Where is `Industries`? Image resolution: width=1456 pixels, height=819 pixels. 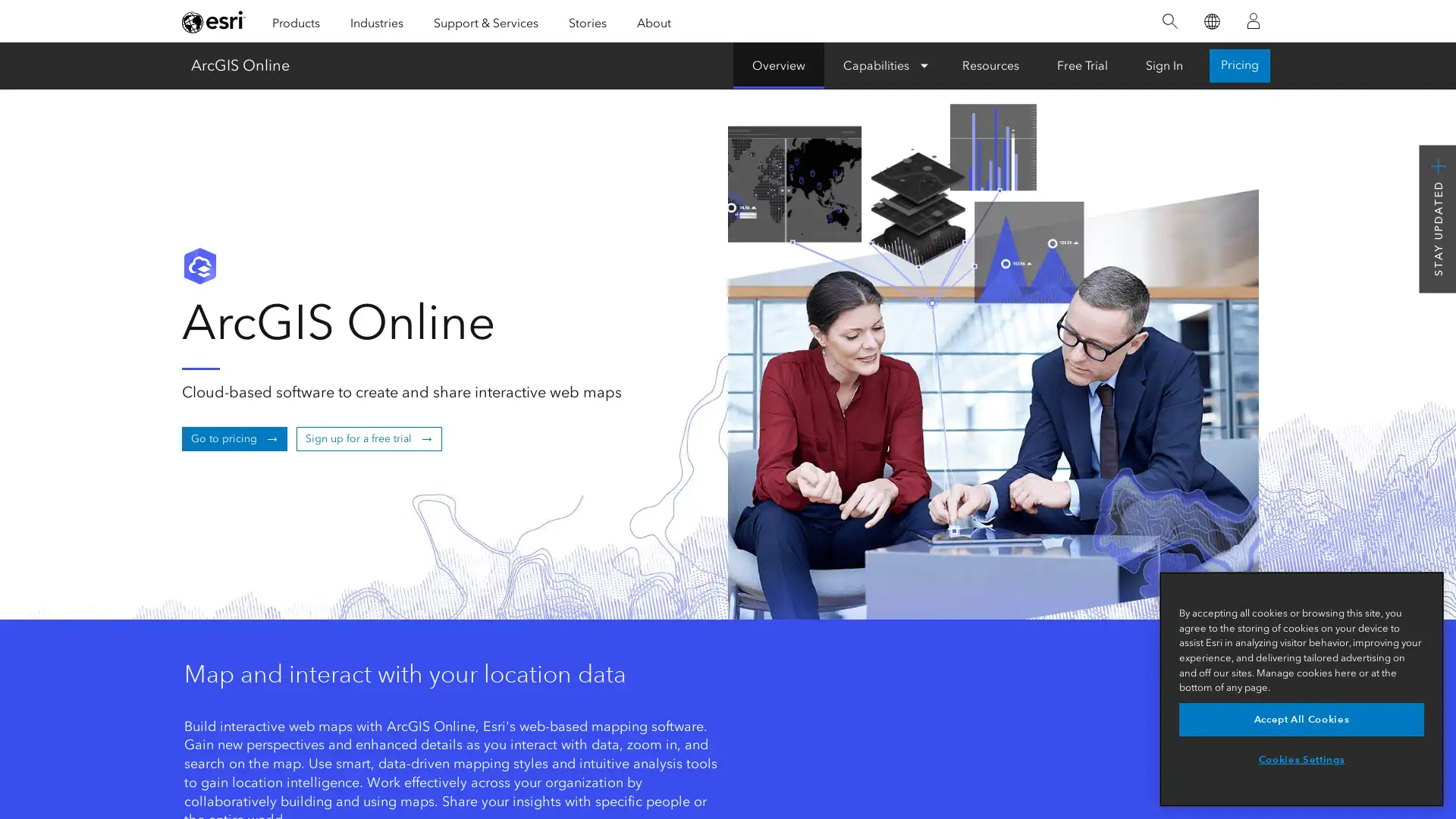
Industries is located at coordinates (377, 20).